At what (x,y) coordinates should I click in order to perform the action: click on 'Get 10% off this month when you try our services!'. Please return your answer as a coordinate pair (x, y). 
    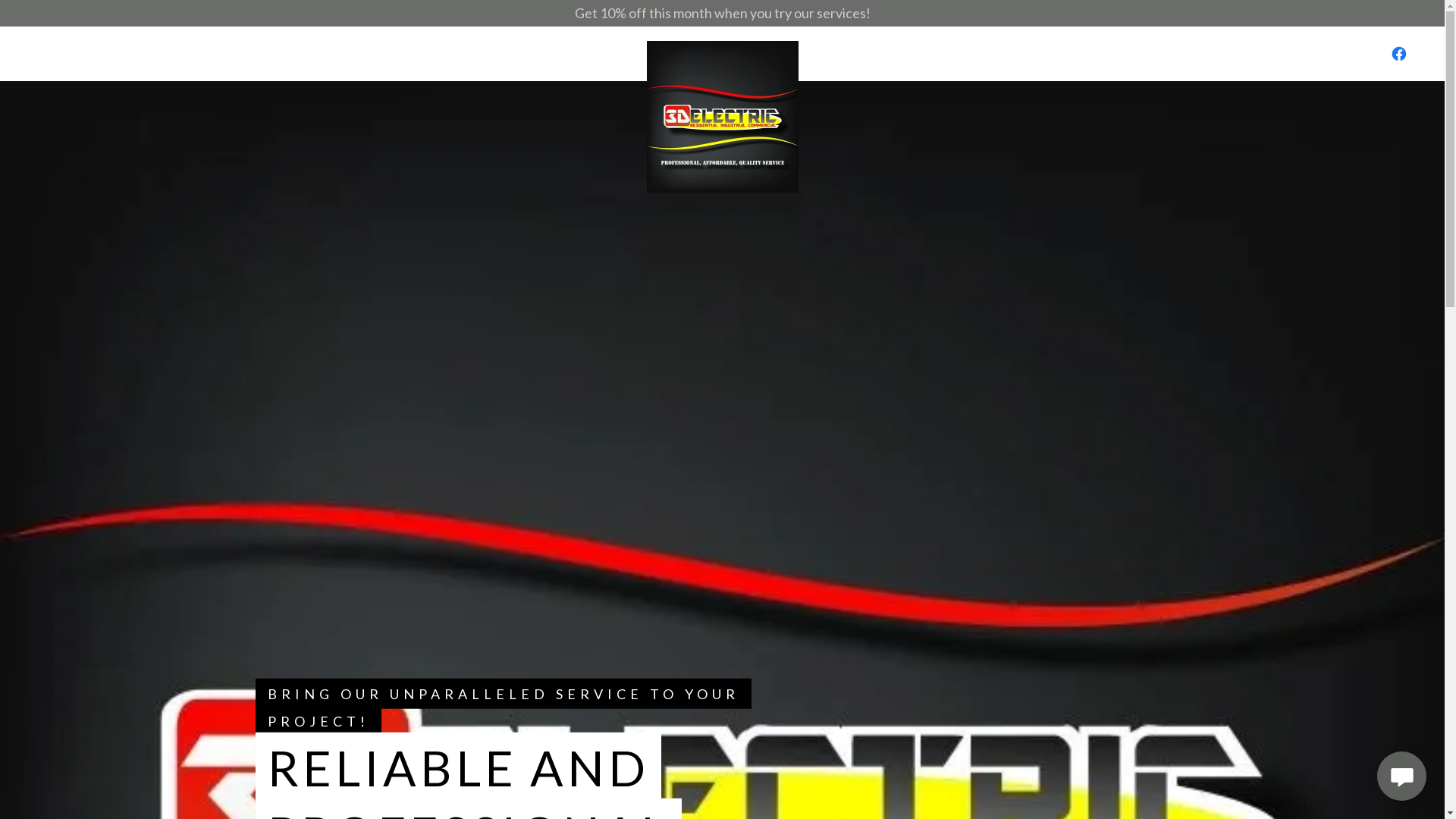
    Looking at the image, I should click on (721, 13).